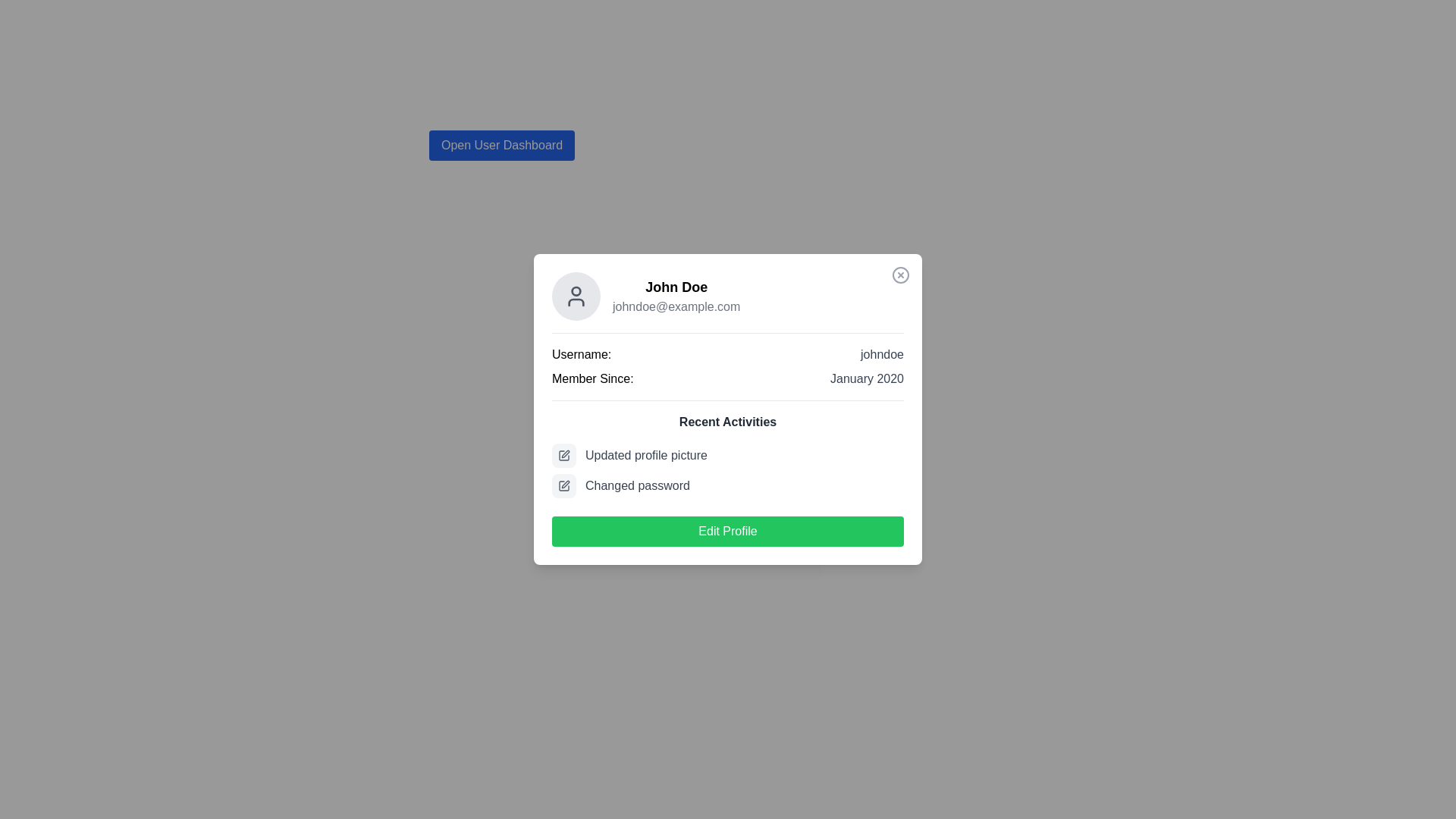  What do you see at coordinates (563, 455) in the screenshot?
I see `the edit action icon representing the 'Updated profile picture' in the Recent Activities section of the user profile card` at bounding box center [563, 455].